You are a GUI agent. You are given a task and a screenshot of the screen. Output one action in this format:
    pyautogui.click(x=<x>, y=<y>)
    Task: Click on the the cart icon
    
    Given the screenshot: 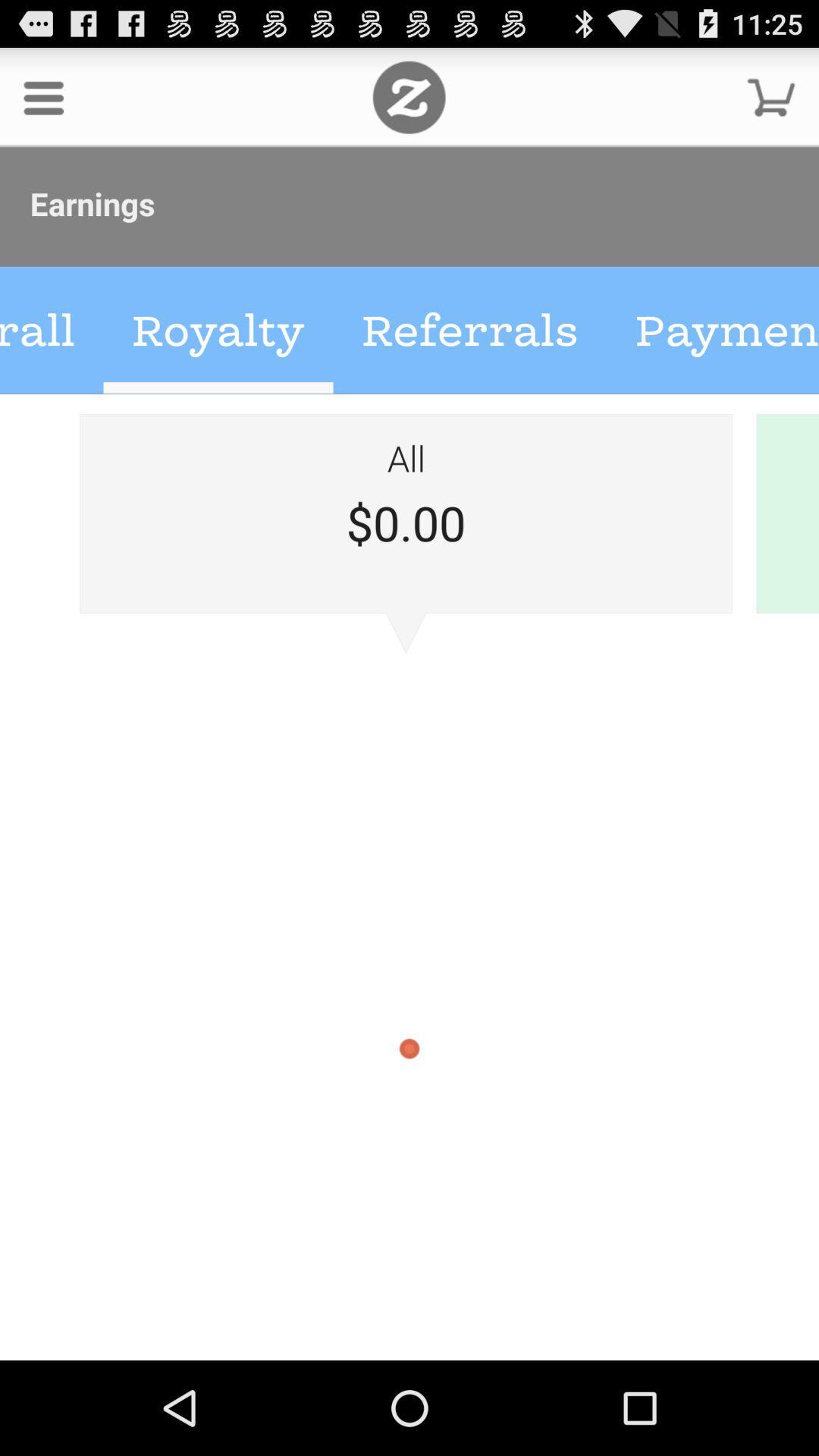 What is the action you would take?
    pyautogui.click(x=771, y=103)
    